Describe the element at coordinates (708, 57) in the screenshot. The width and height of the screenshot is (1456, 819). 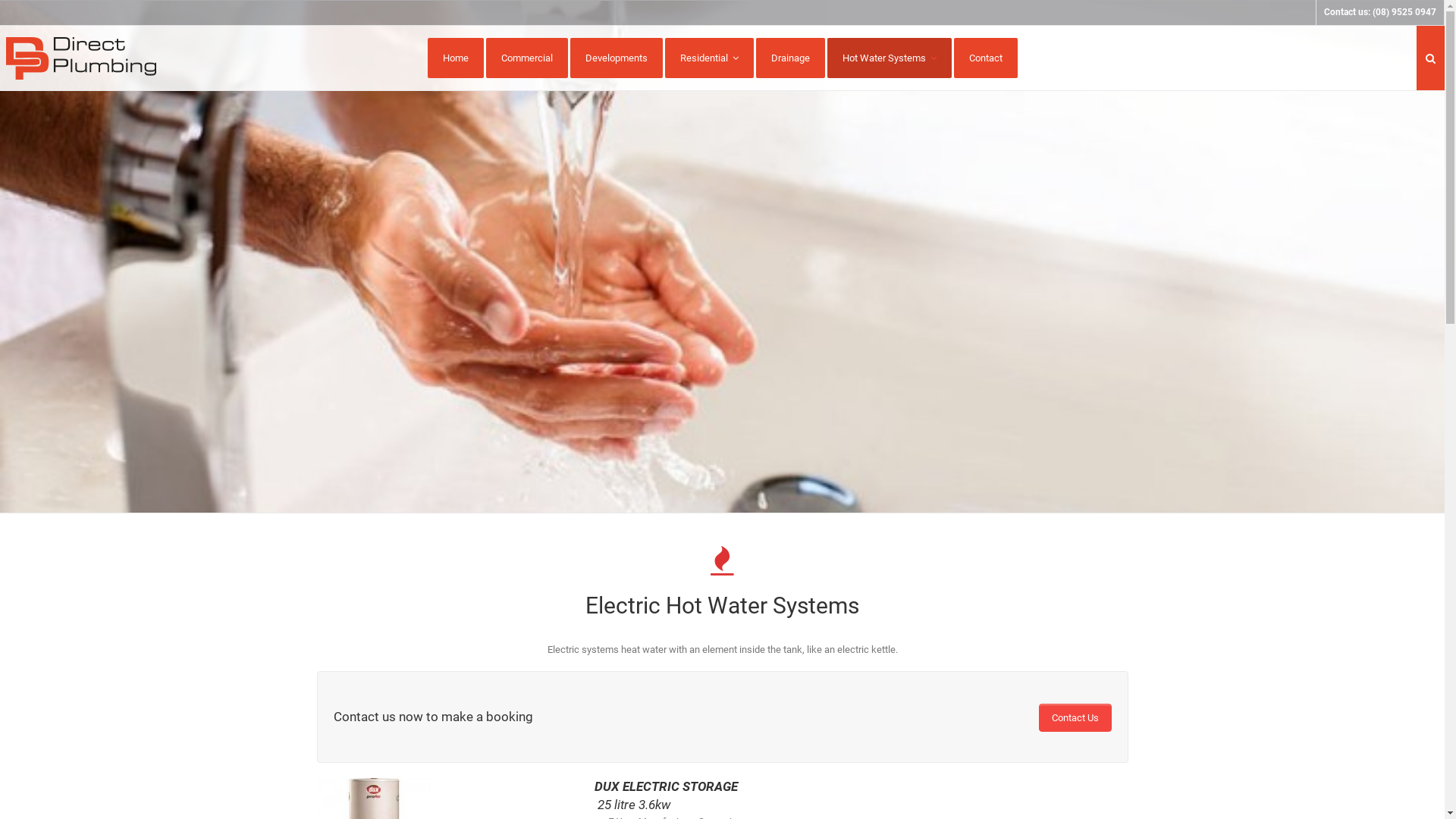
I see `'Residential'` at that location.